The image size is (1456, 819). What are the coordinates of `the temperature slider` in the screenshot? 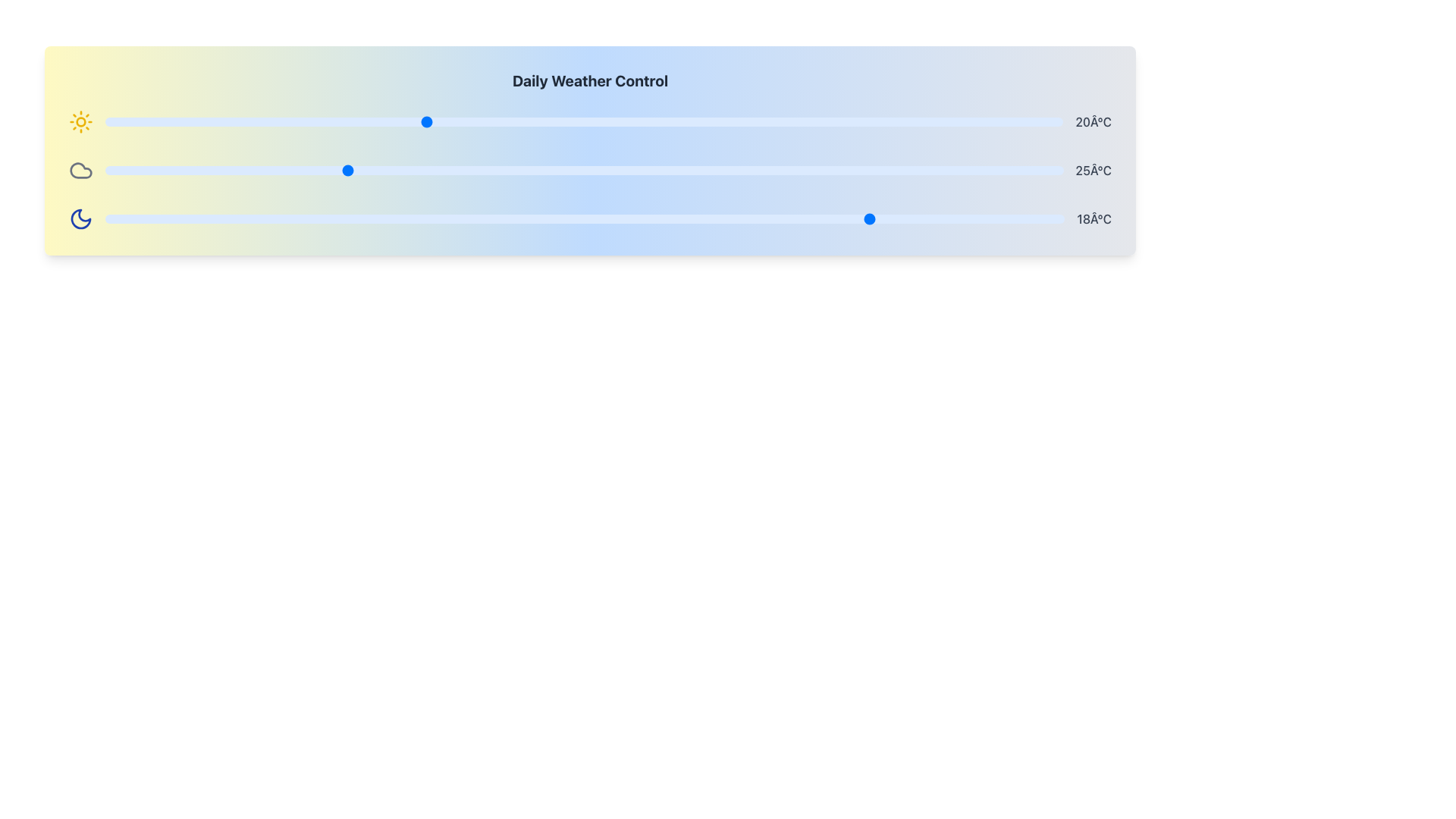 It's located at (297, 219).